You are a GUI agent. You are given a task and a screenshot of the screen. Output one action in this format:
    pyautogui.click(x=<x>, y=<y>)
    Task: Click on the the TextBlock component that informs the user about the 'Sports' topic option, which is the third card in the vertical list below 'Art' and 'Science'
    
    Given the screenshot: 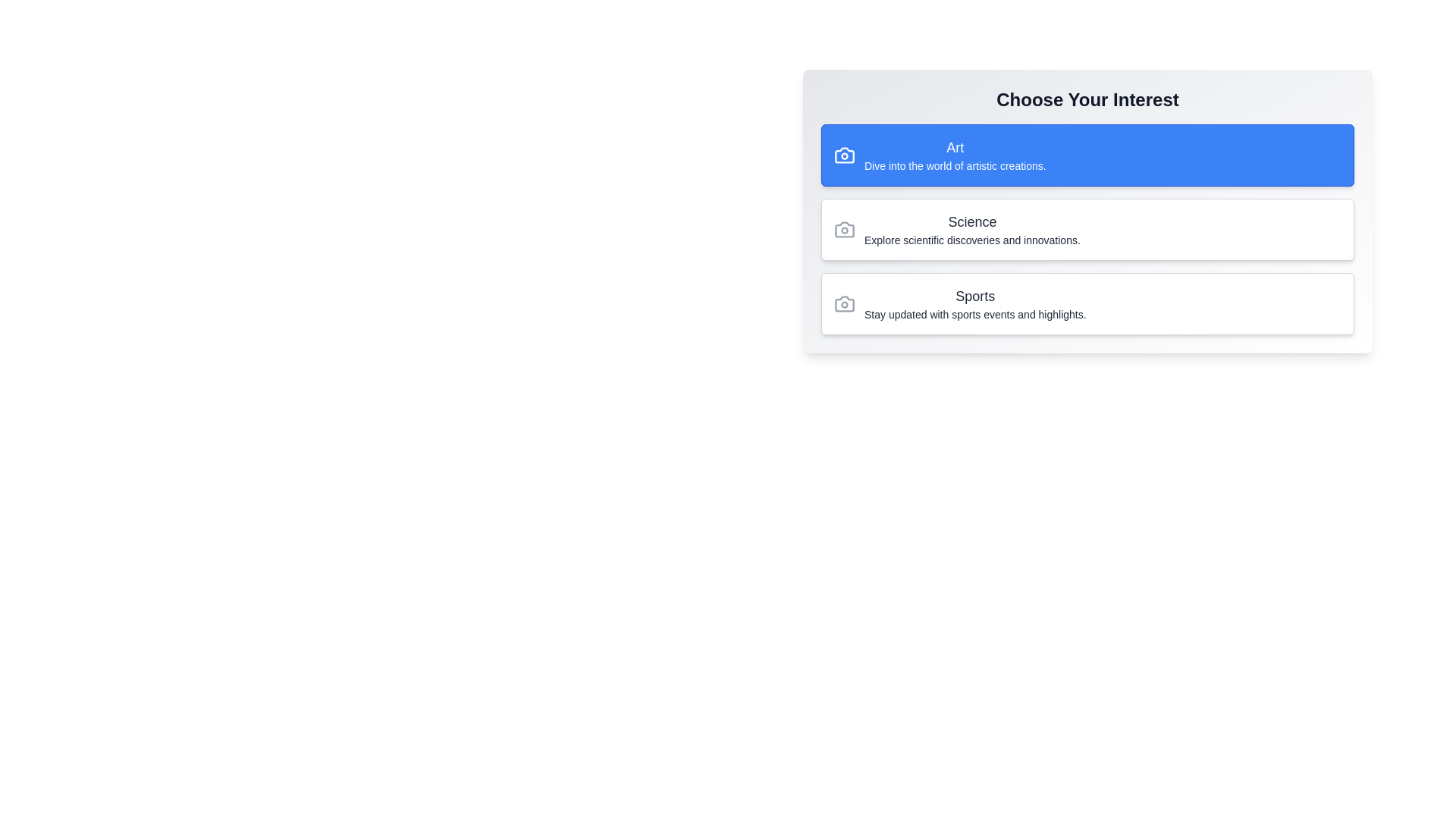 What is the action you would take?
    pyautogui.click(x=975, y=304)
    